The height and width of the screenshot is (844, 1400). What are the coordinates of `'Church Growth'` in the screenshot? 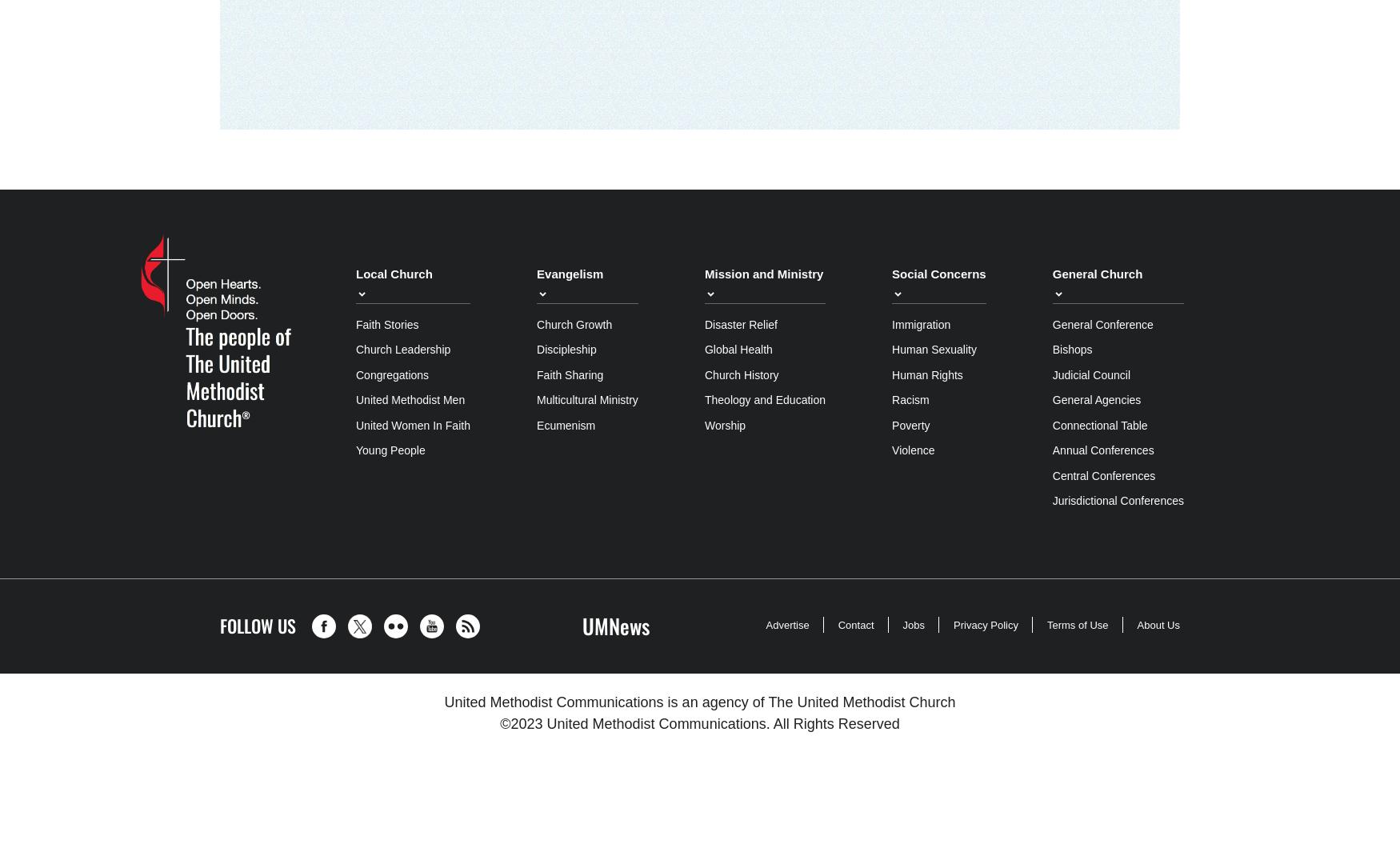 It's located at (574, 324).